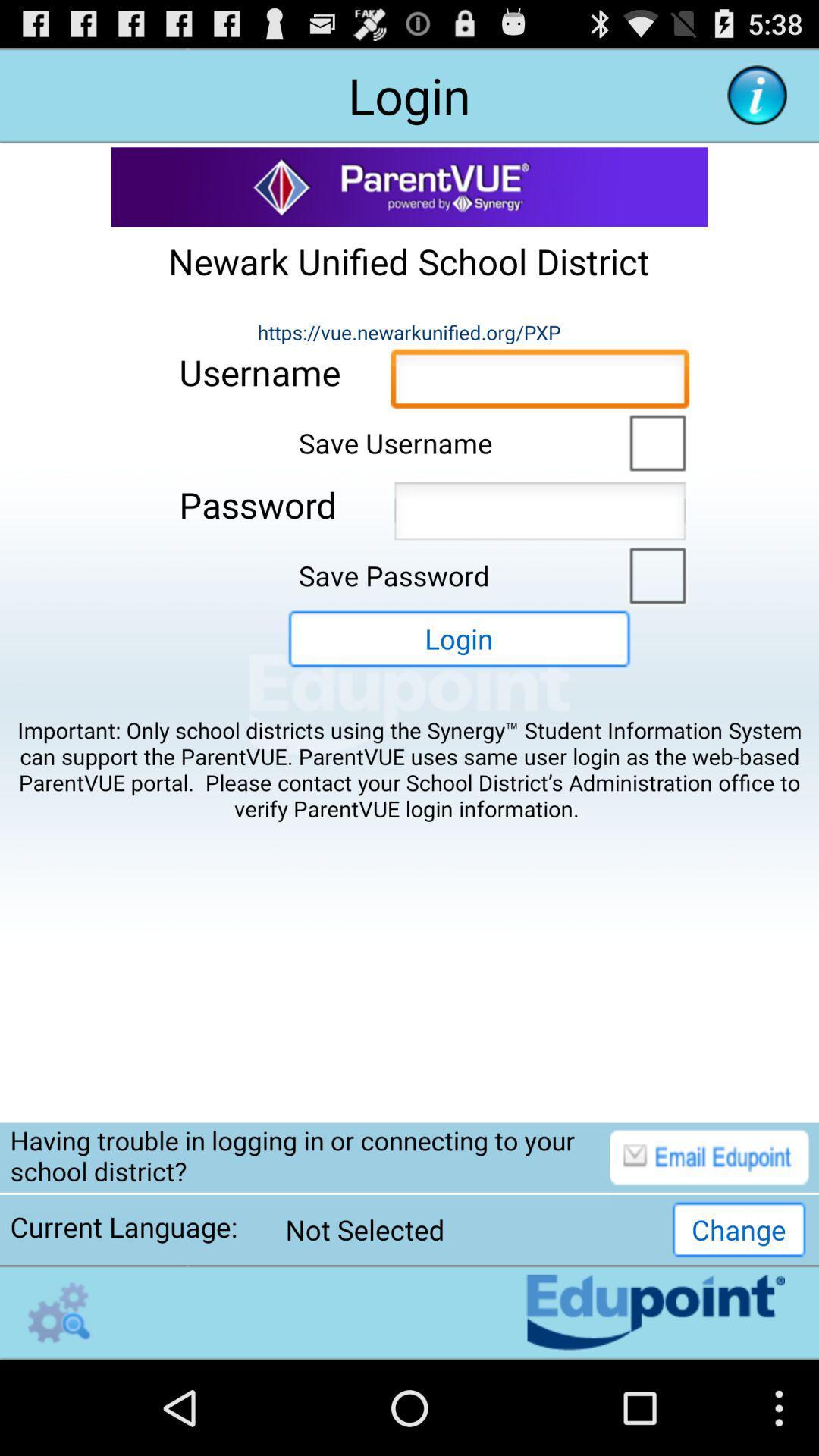 The height and width of the screenshot is (1456, 819). I want to click on password, so click(539, 515).